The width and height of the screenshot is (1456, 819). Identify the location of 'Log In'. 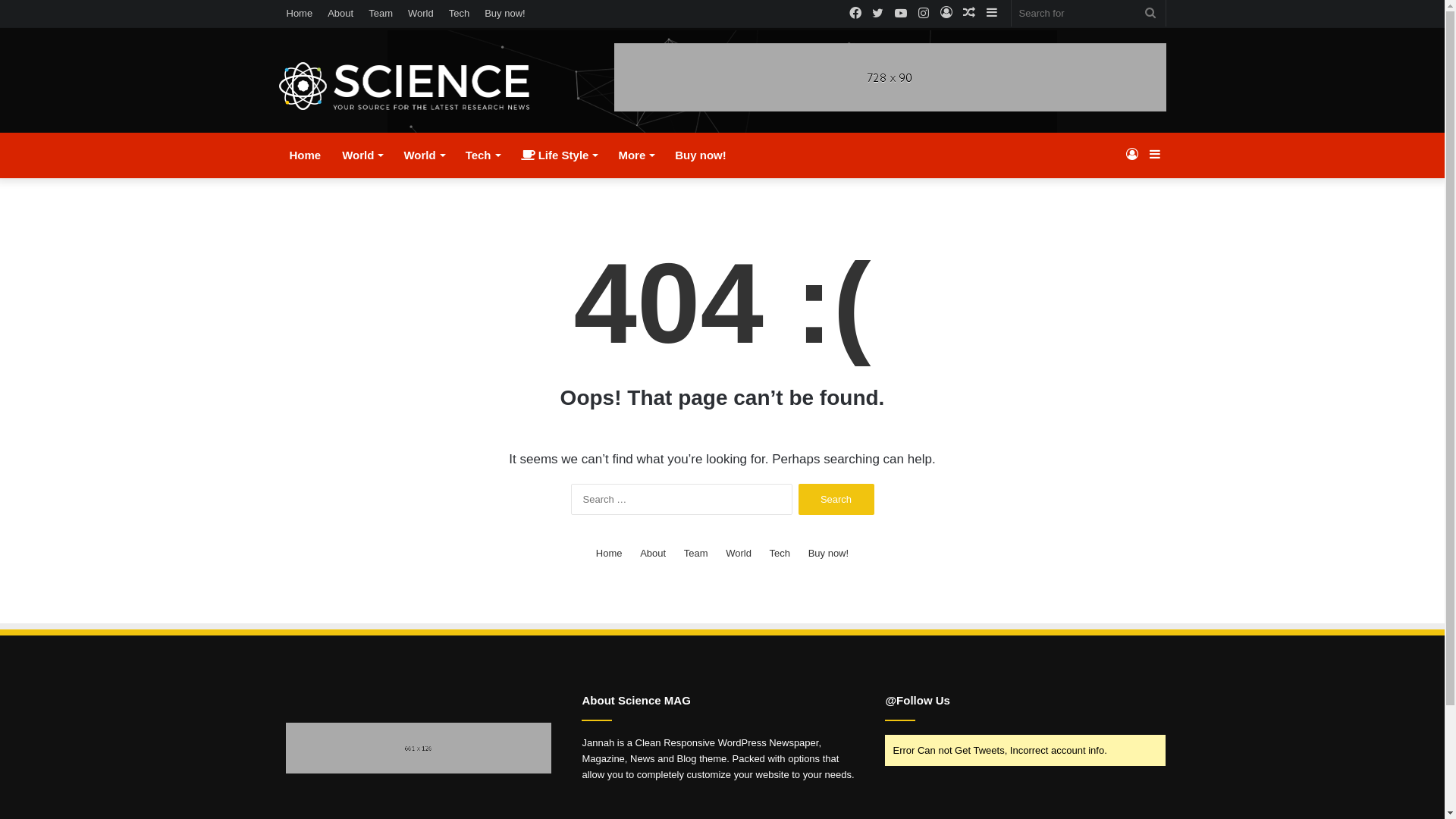
(1131, 155).